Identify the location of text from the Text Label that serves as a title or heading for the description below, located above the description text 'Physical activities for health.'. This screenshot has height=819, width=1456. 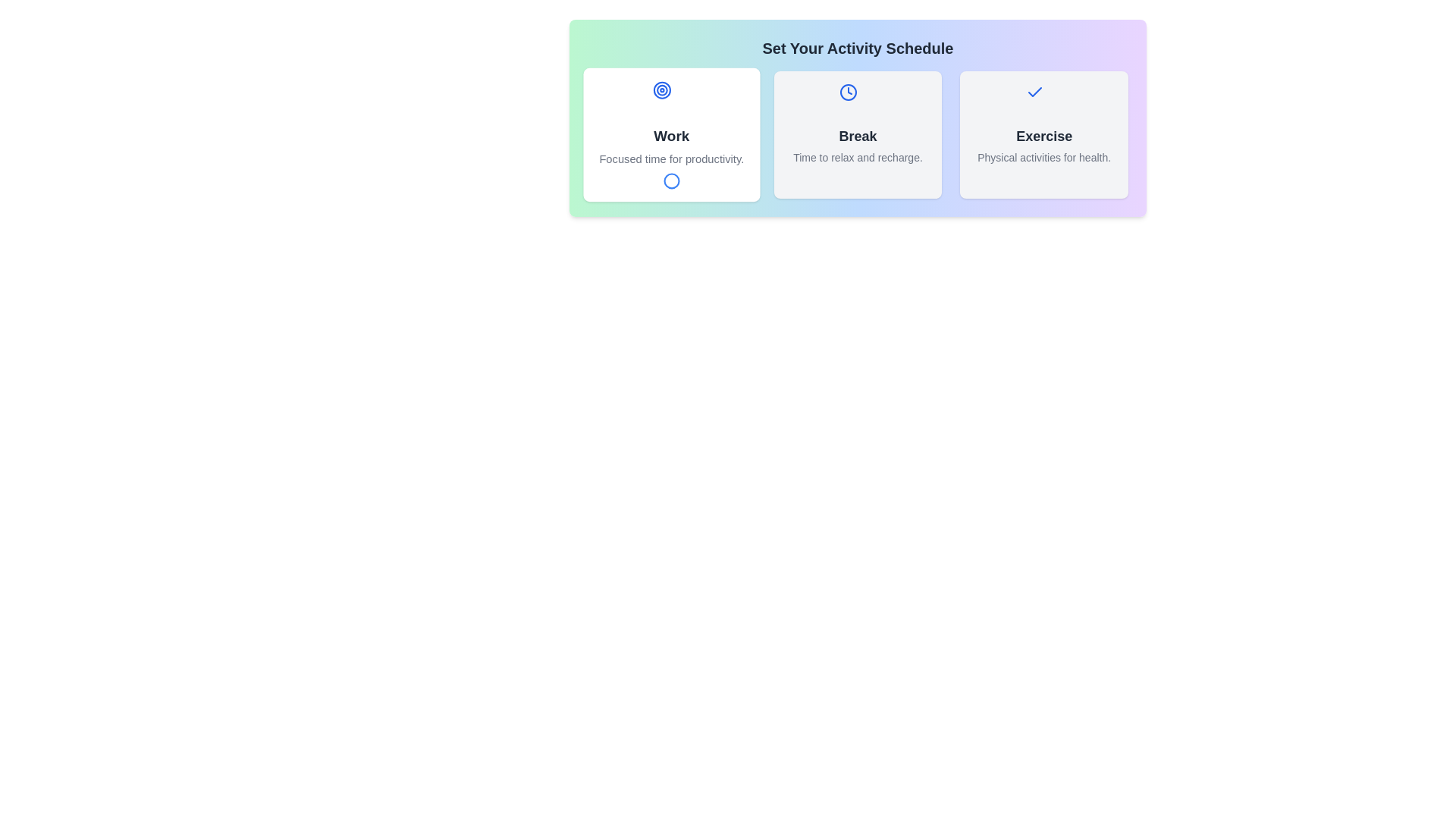
(1043, 136).